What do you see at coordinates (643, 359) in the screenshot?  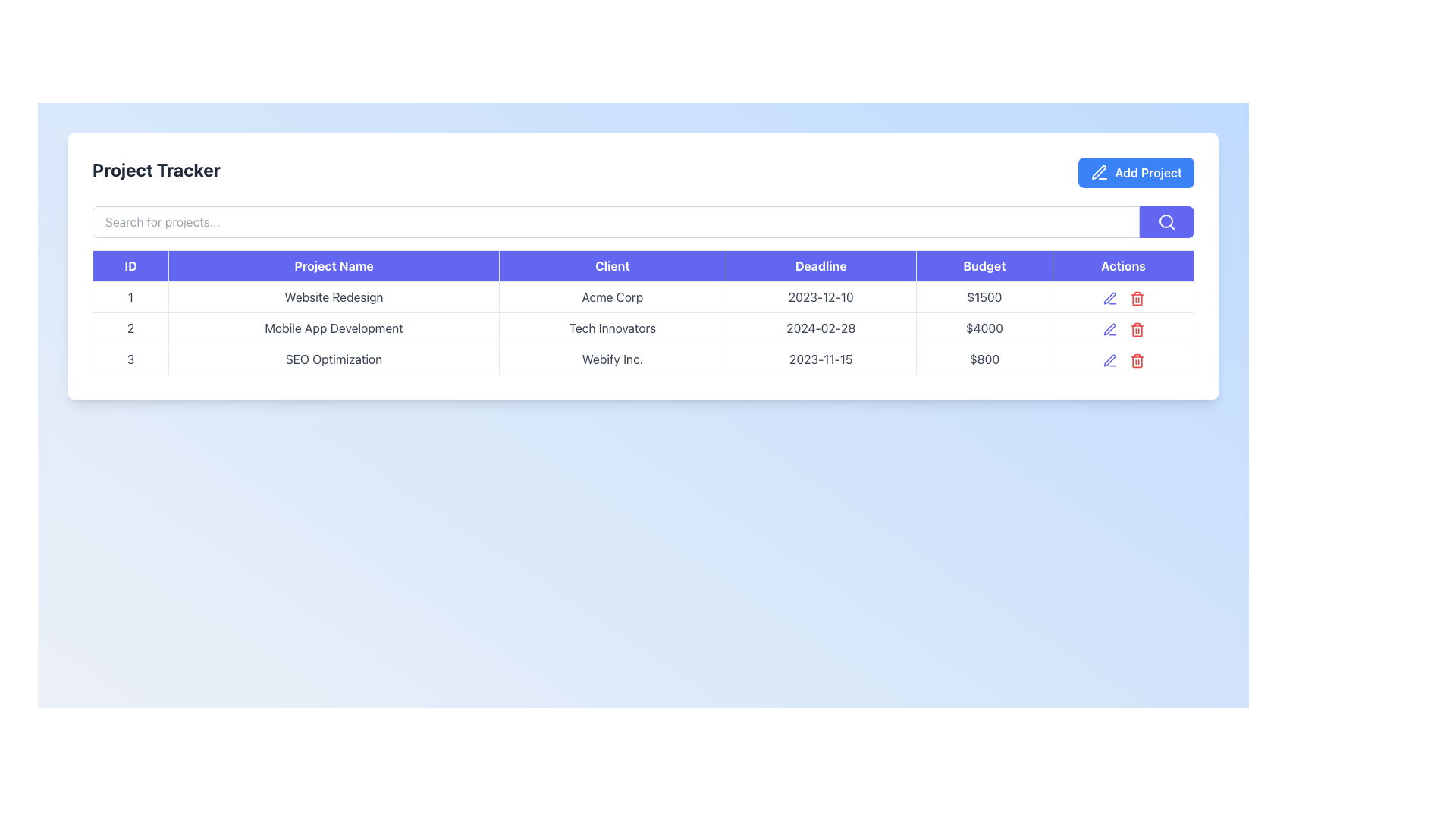 I see `the third row of the project tracker table` at bounding box center [643, 359].